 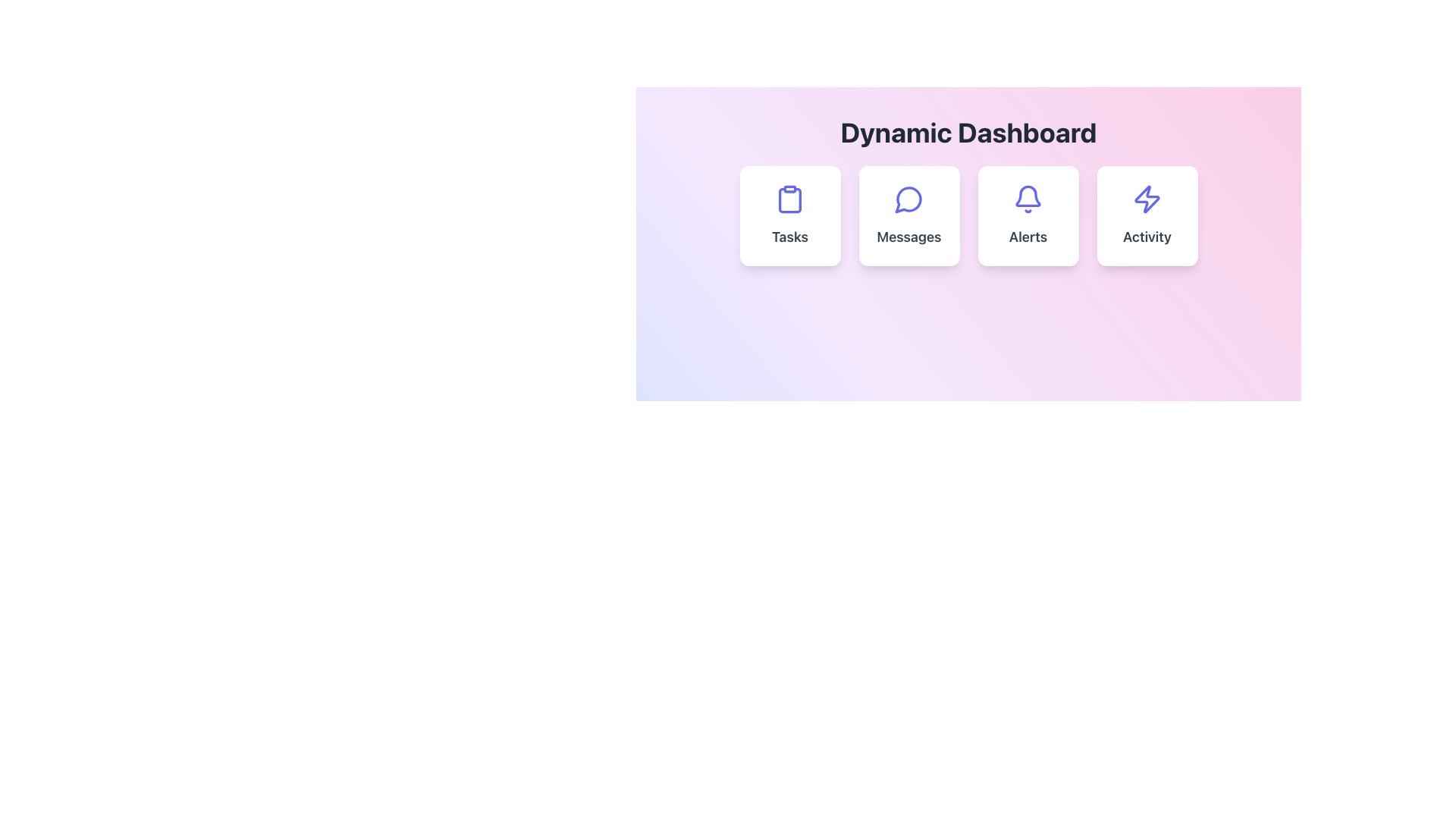 I want to click on the notification icon located in the third card of the horizontal row beneath the title 'Dynamic Dashboard' and above the 'Alerts' label to interact with notifications, so click(x=1028, y=195).